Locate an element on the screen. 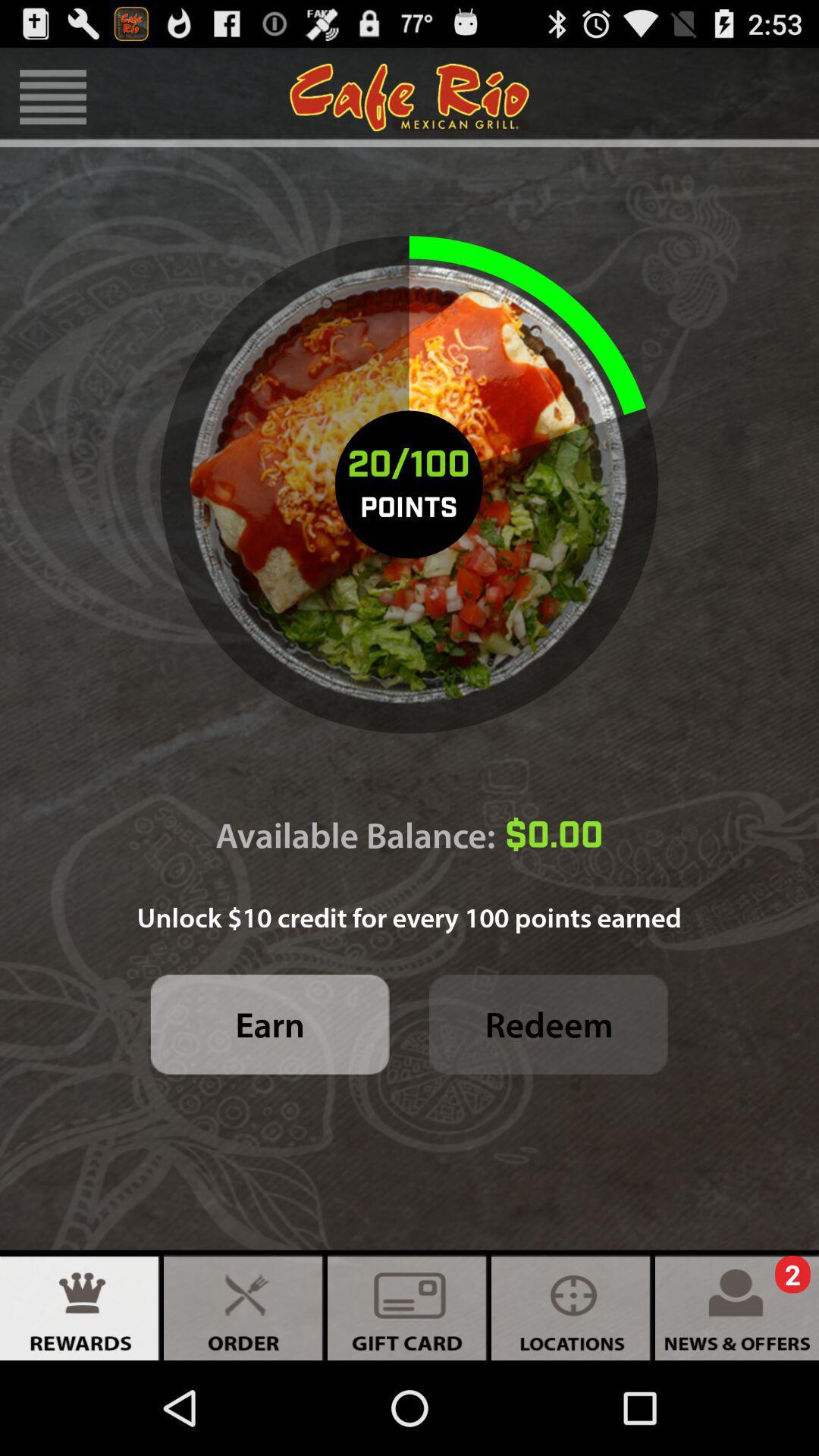 This screenshot has width=819, height=1456. redeem is located at coordinates (548, 1025).